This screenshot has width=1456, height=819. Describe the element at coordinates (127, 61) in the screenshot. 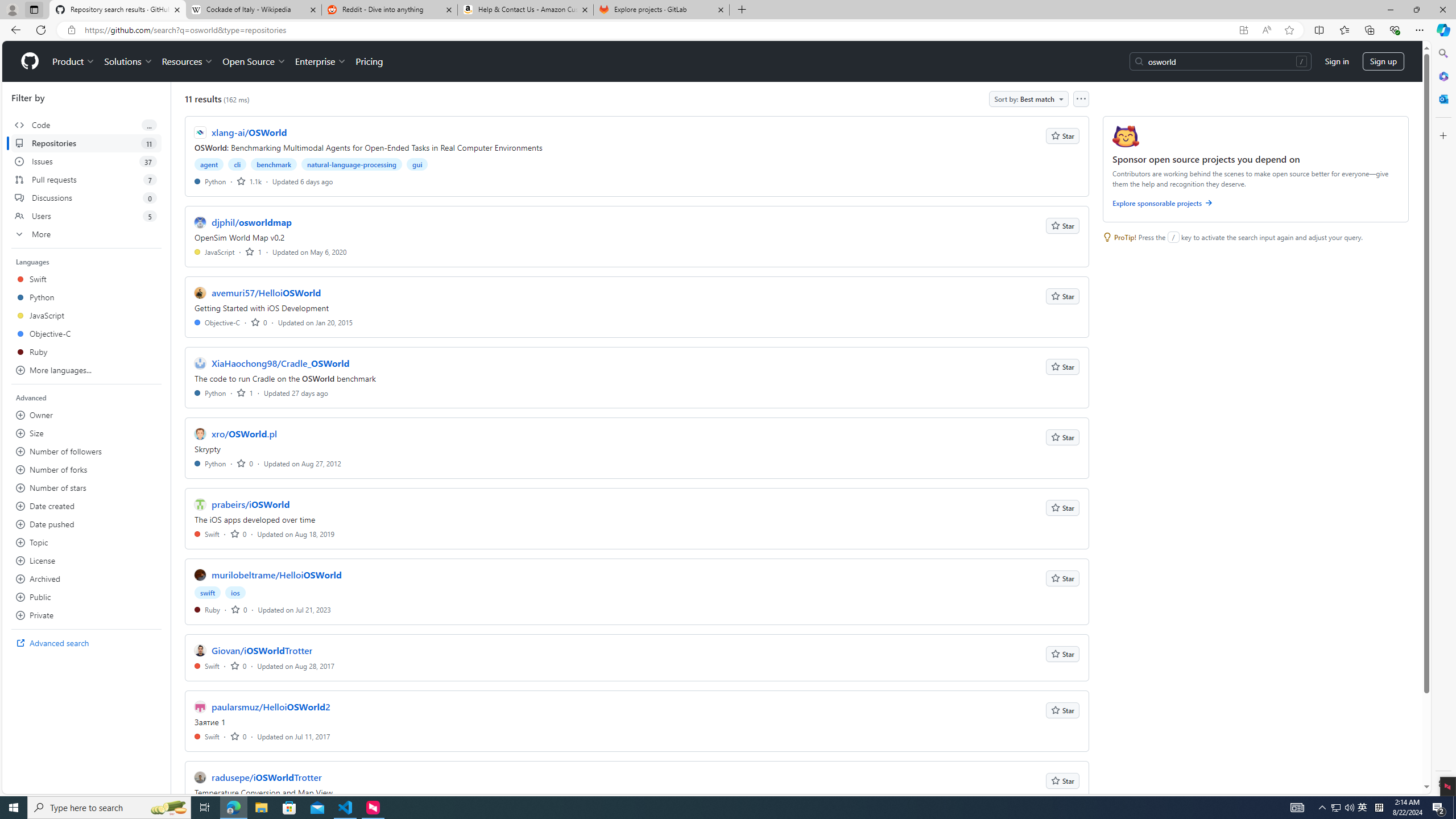

I see `'Solutions'` at that location.